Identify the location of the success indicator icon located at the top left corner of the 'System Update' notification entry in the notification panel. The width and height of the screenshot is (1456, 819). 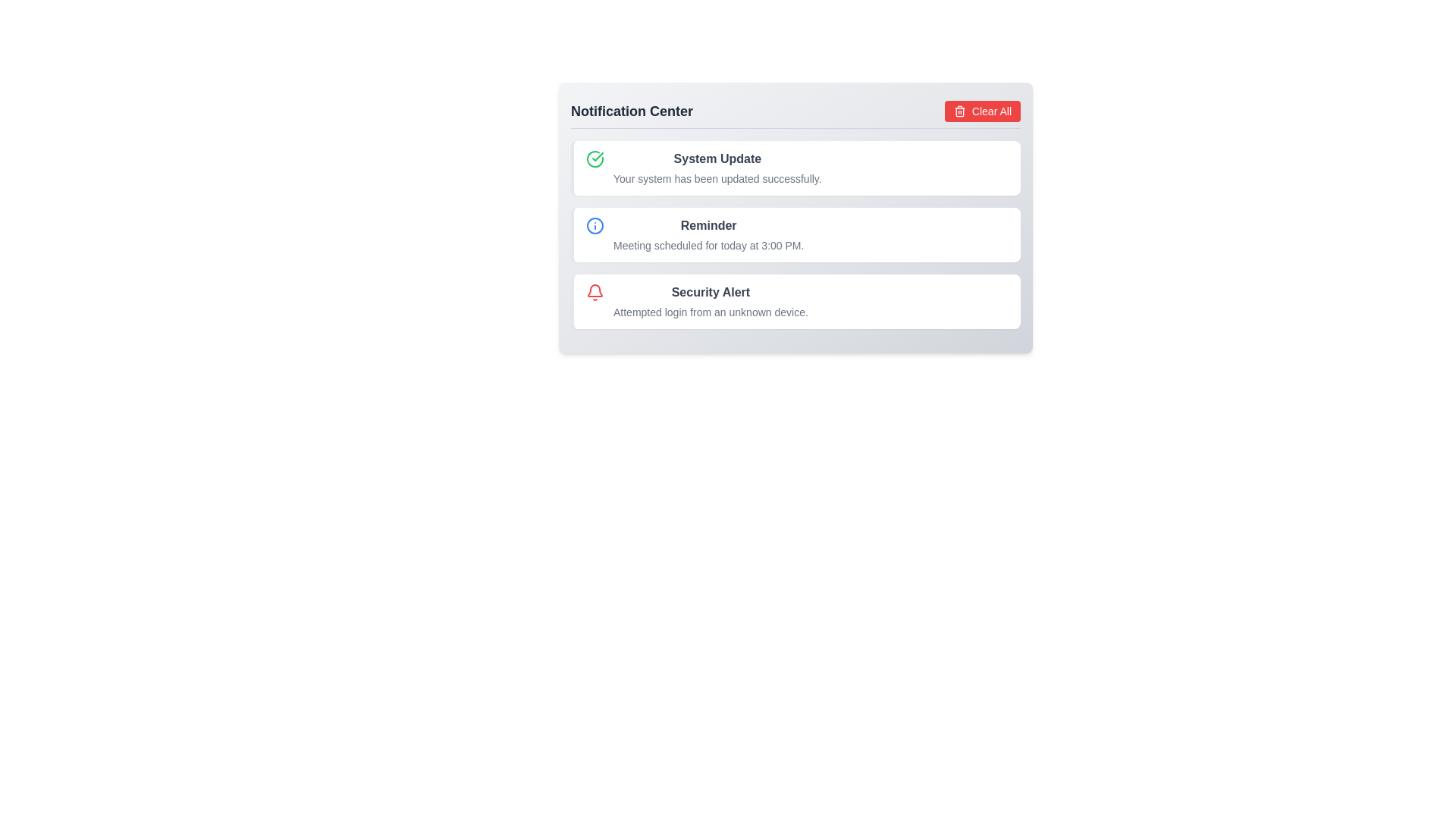
(595, 158).